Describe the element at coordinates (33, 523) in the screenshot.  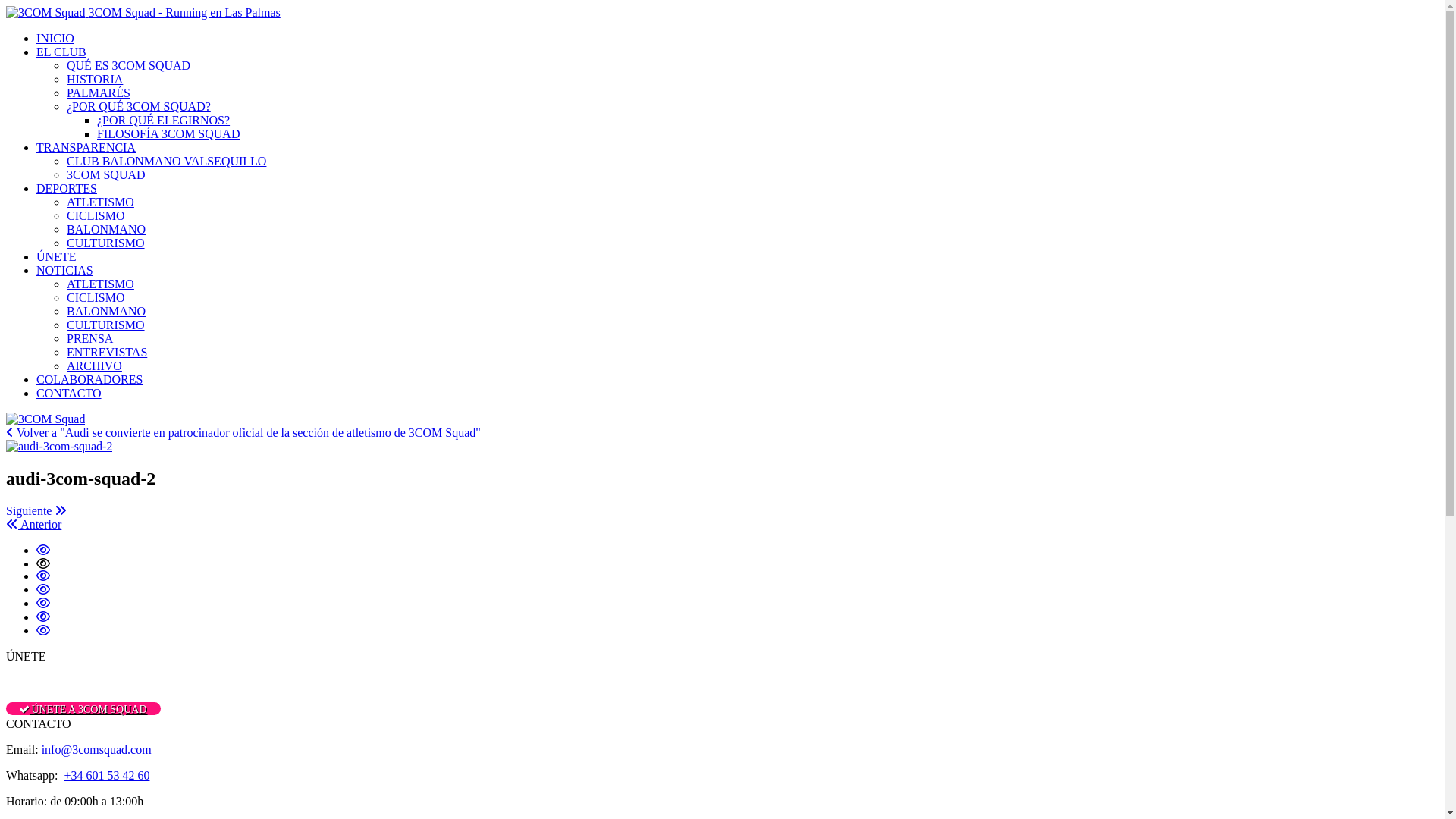
I see `'Anterior'` at that location.